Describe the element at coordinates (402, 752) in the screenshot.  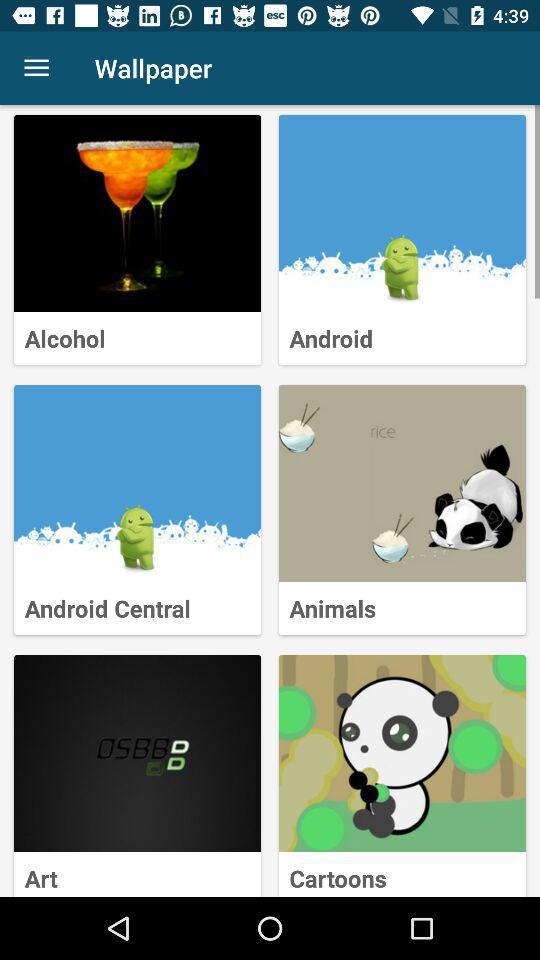
I see `cartoon selection` at that location.